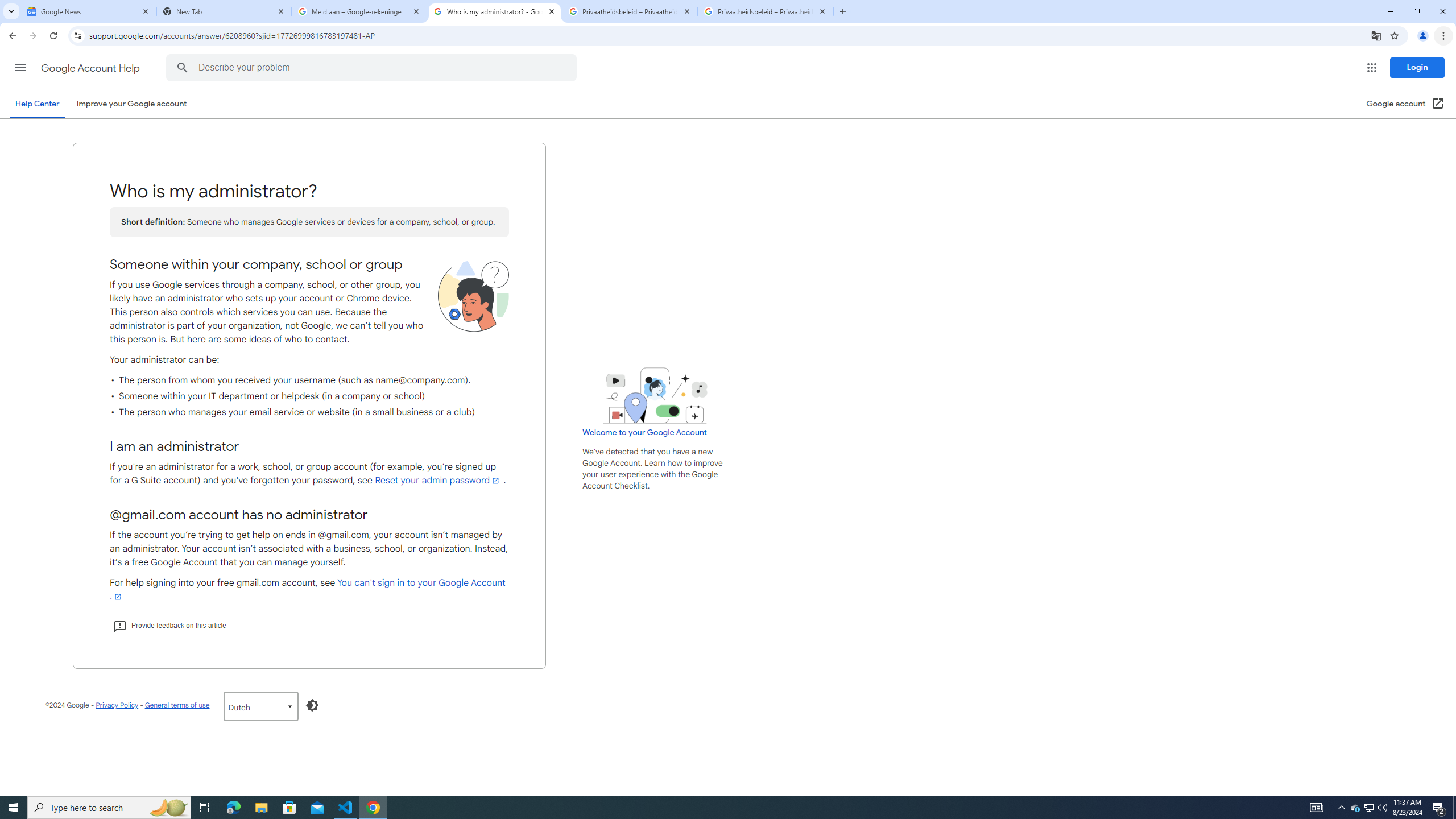  I want to click on 'Who is my administrator? - Google Account Help', so click(494, 11).